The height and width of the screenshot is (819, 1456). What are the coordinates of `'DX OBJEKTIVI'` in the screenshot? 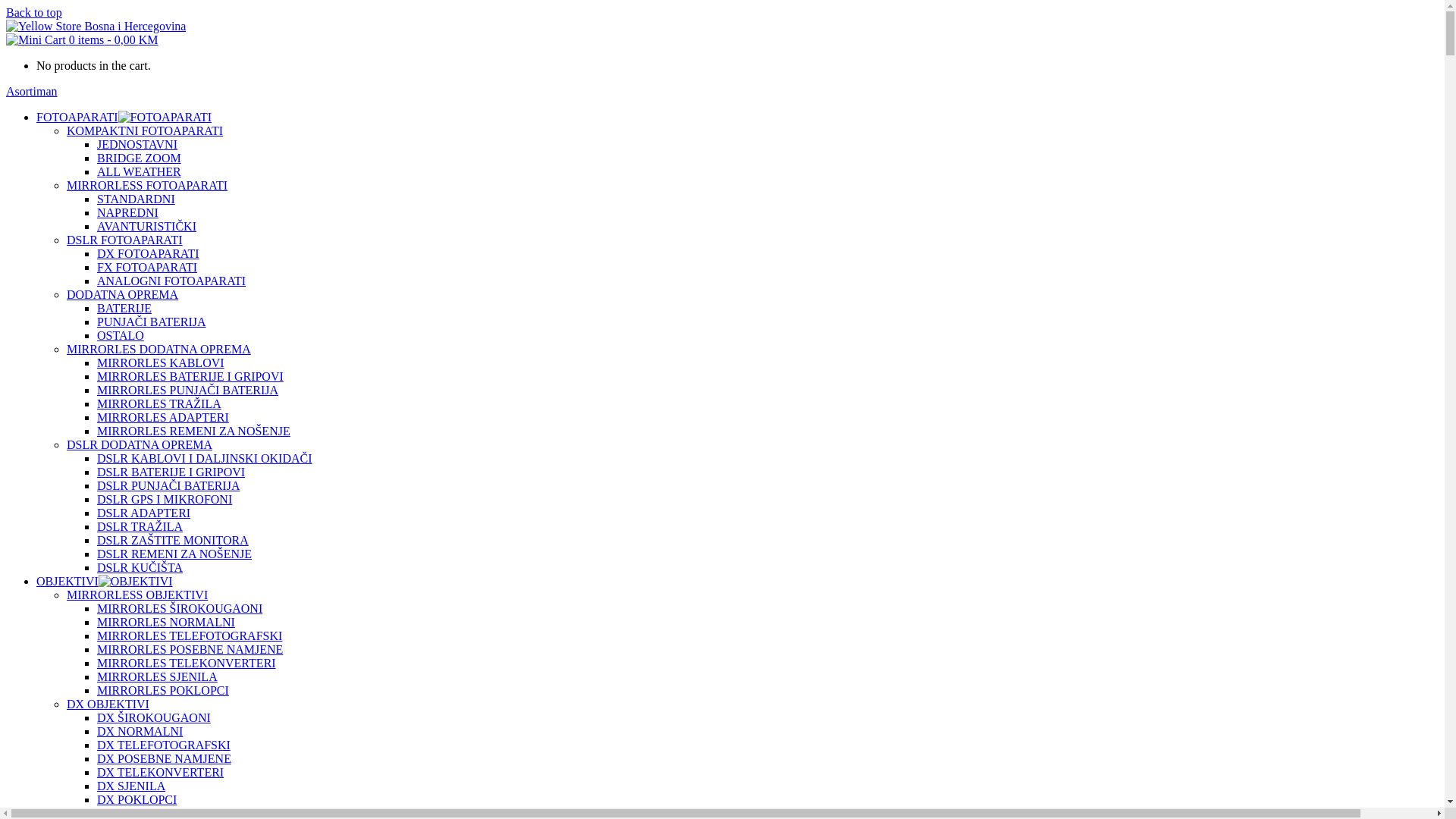 It's located at (107, 704).